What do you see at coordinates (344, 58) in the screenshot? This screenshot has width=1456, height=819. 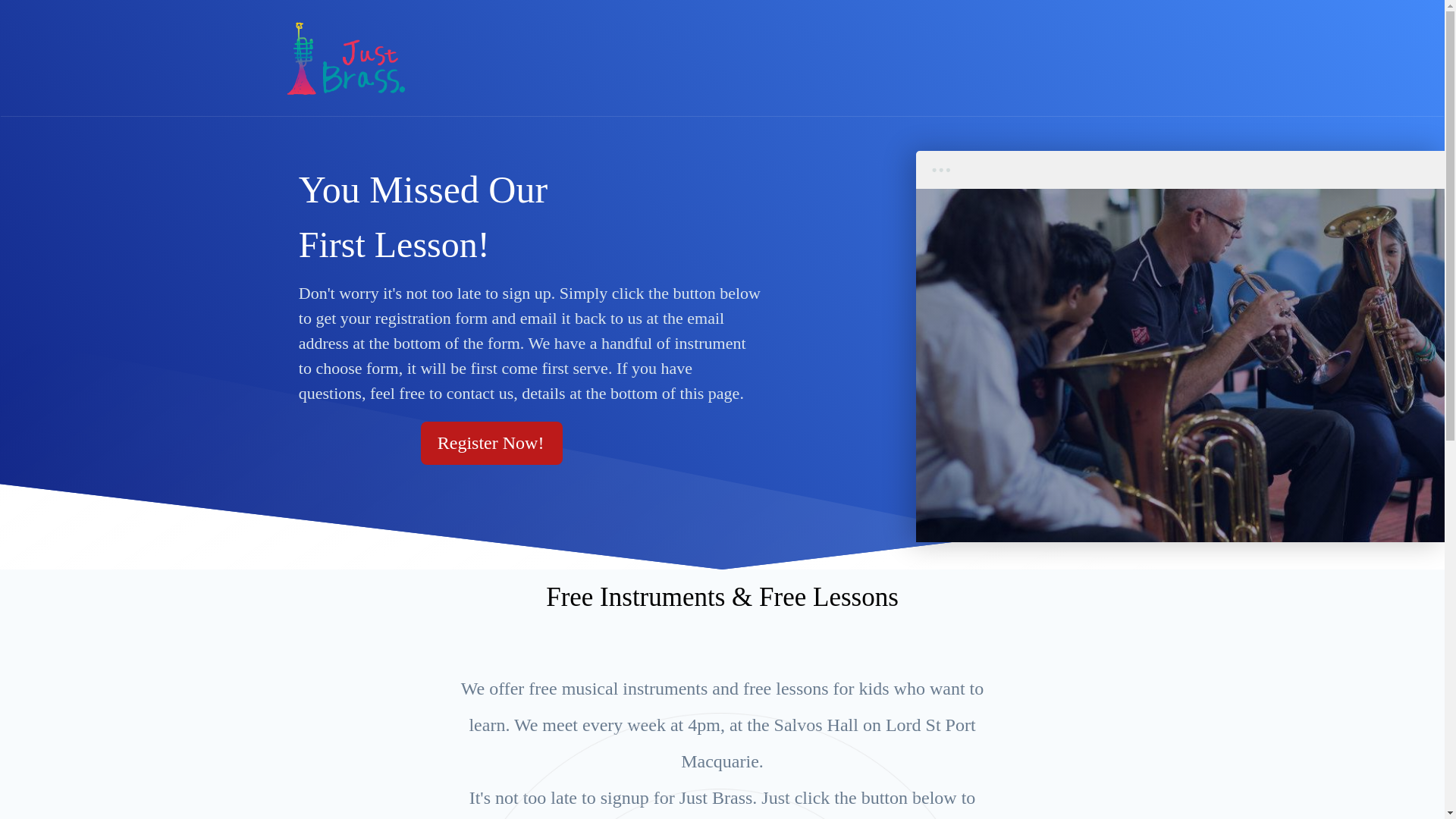 I see `'JustBrass'` at bounding box center [344, 58].